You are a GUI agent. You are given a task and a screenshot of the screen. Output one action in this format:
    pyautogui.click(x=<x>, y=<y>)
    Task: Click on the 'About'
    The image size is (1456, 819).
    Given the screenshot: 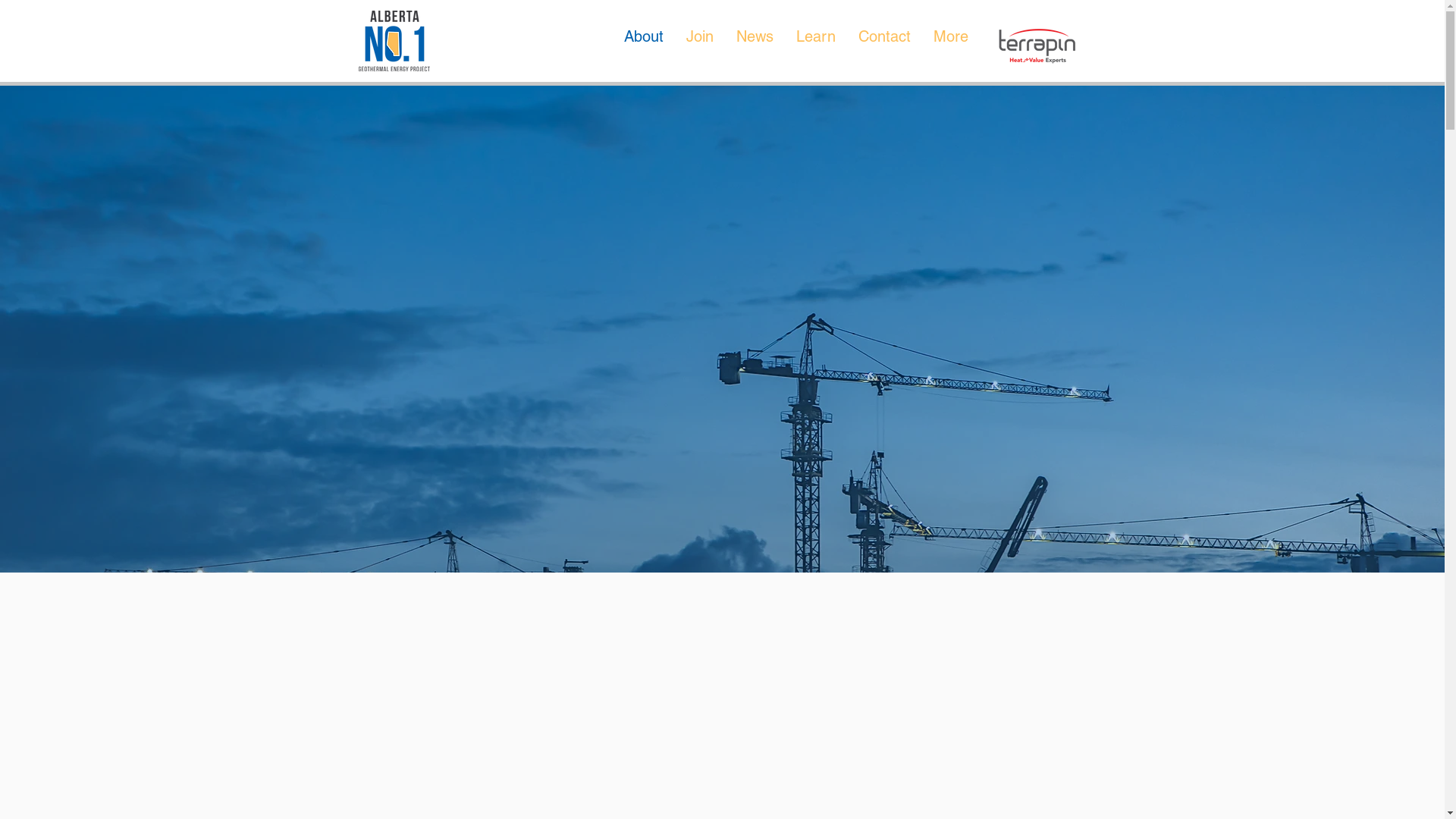 What is the action you would take?
    pyautogui.click(x=644, y=43)
    